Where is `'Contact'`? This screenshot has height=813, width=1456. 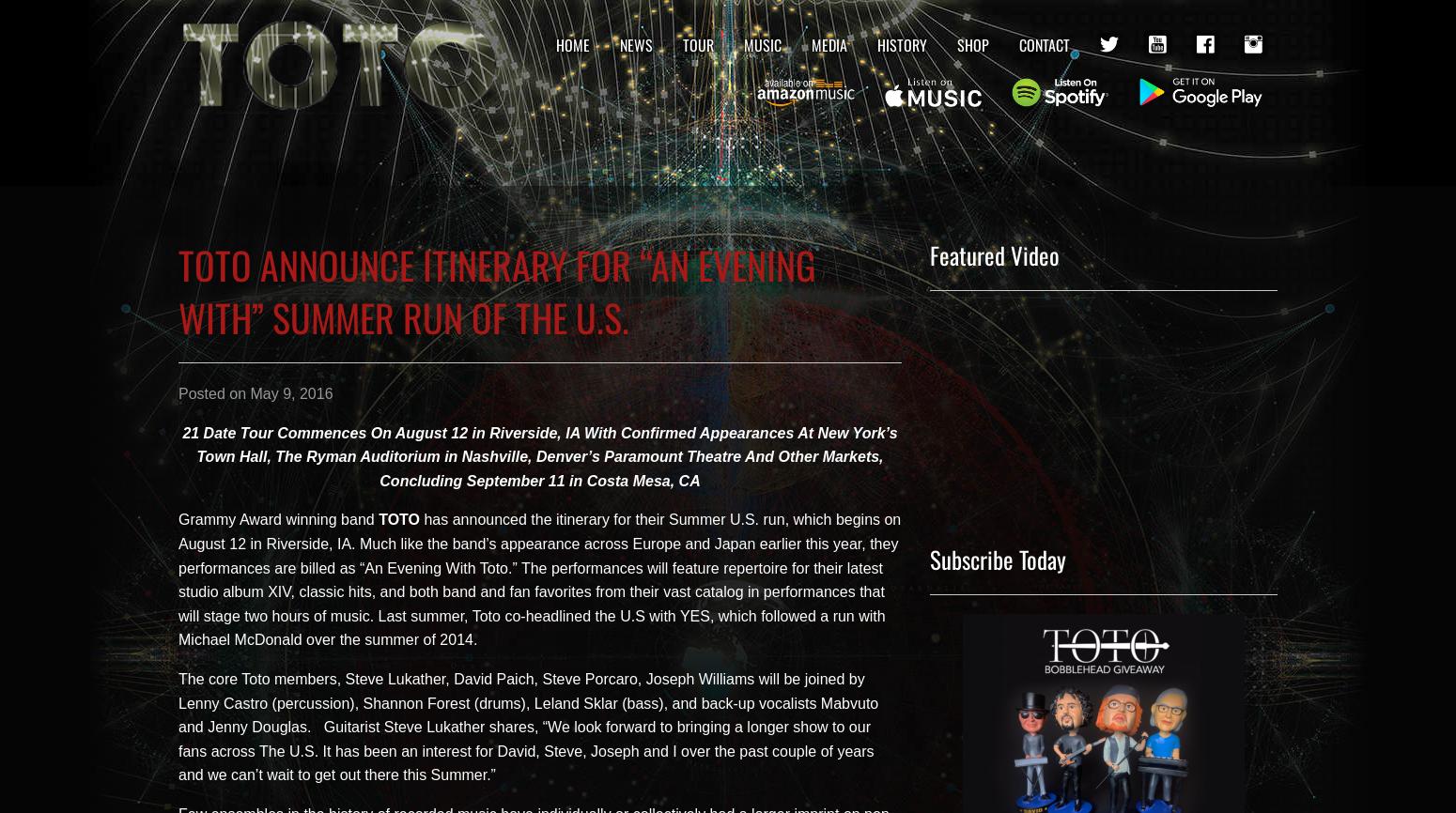 'Contact' is located at coordinates (1019, 44).